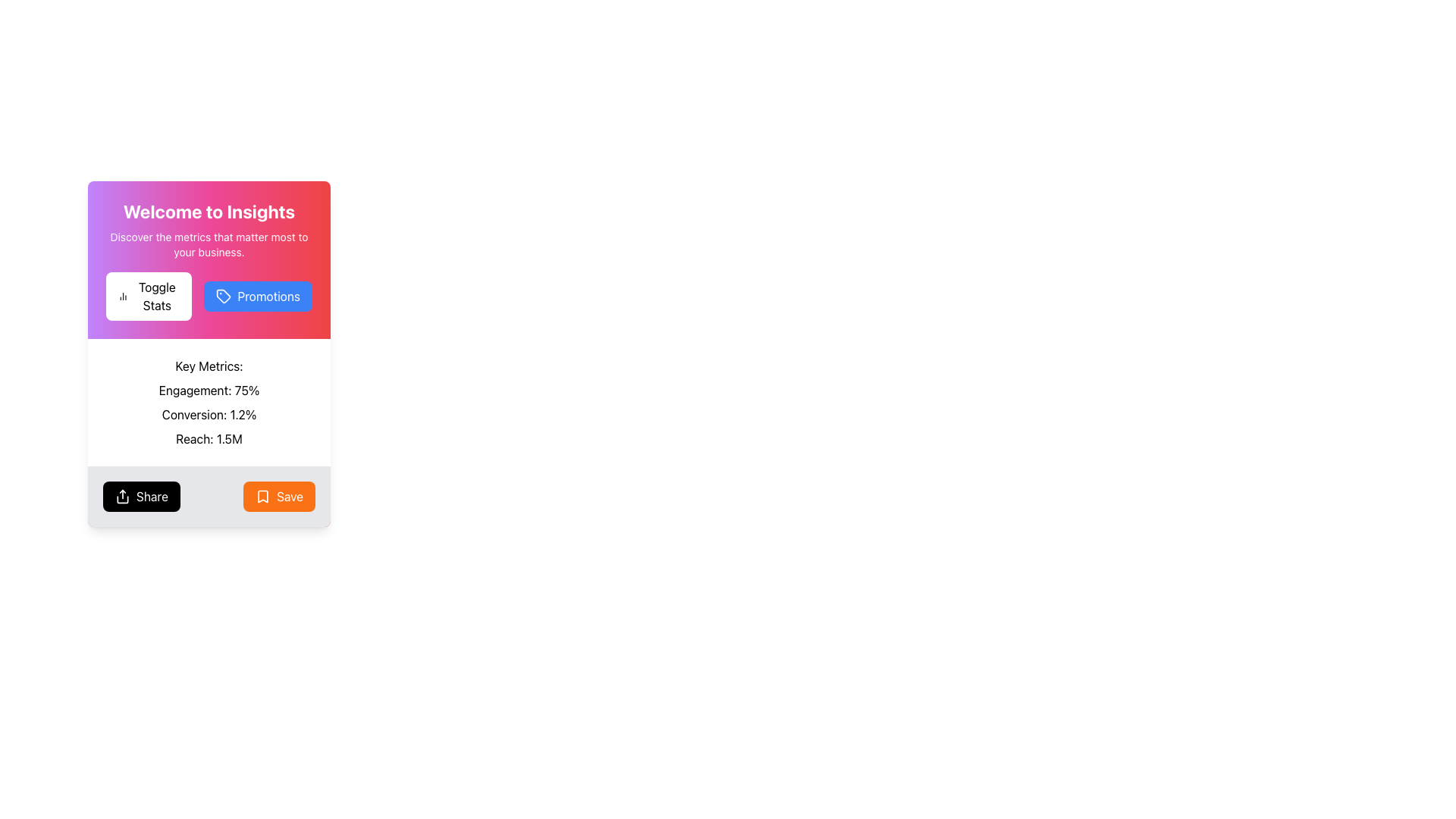 Image resolution: width=1456 pixels, height=819 pixels. Describe the element at coordinates (258, 296) in the screenshot. I see `the blue 'Promotions' button, which has a white tag-shaped icon on the left and is positioned to the right of the 'Toggle Stats' button` at that location.